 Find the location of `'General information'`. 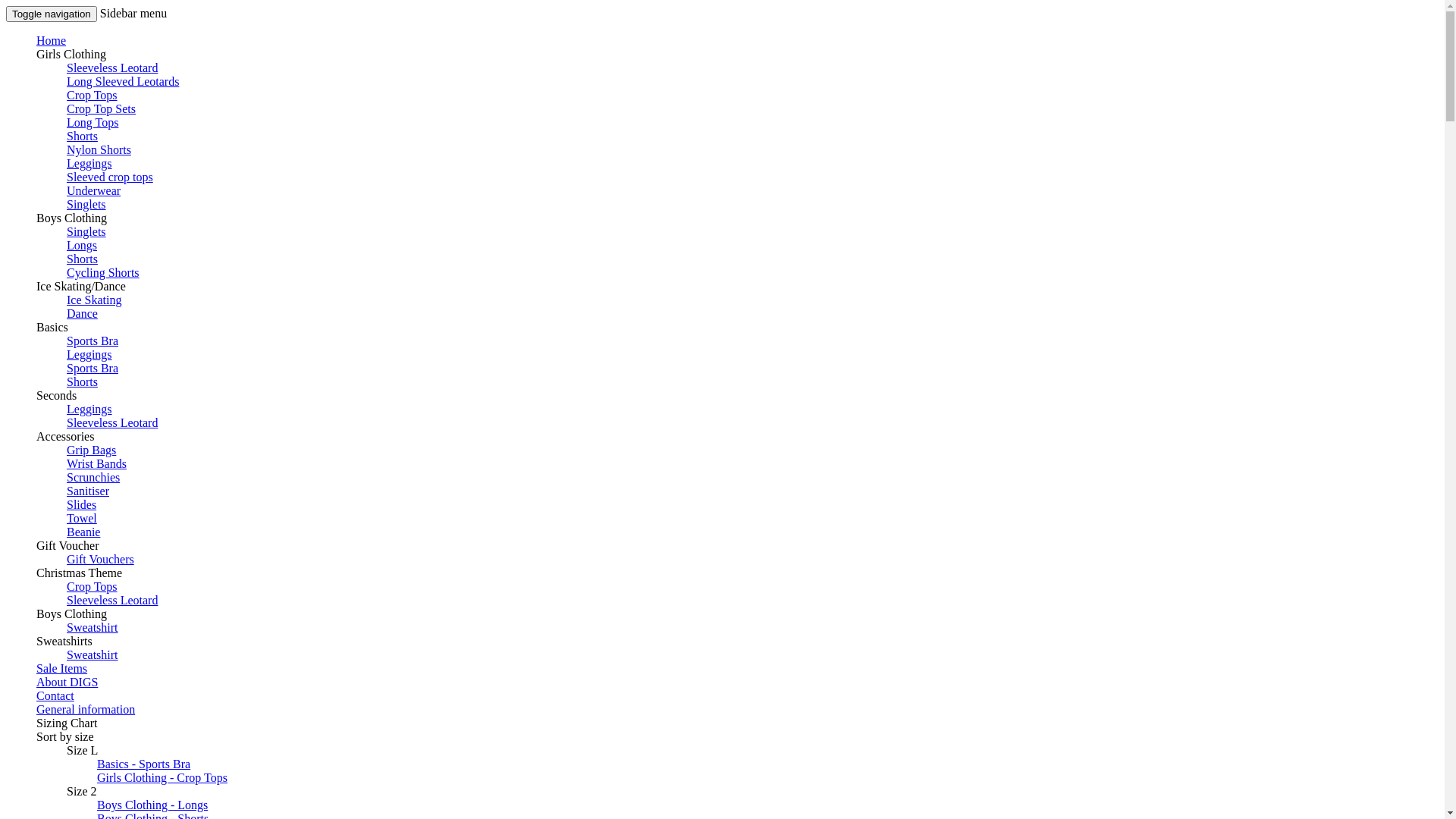

'General information' is located at coordinates (85, 709).